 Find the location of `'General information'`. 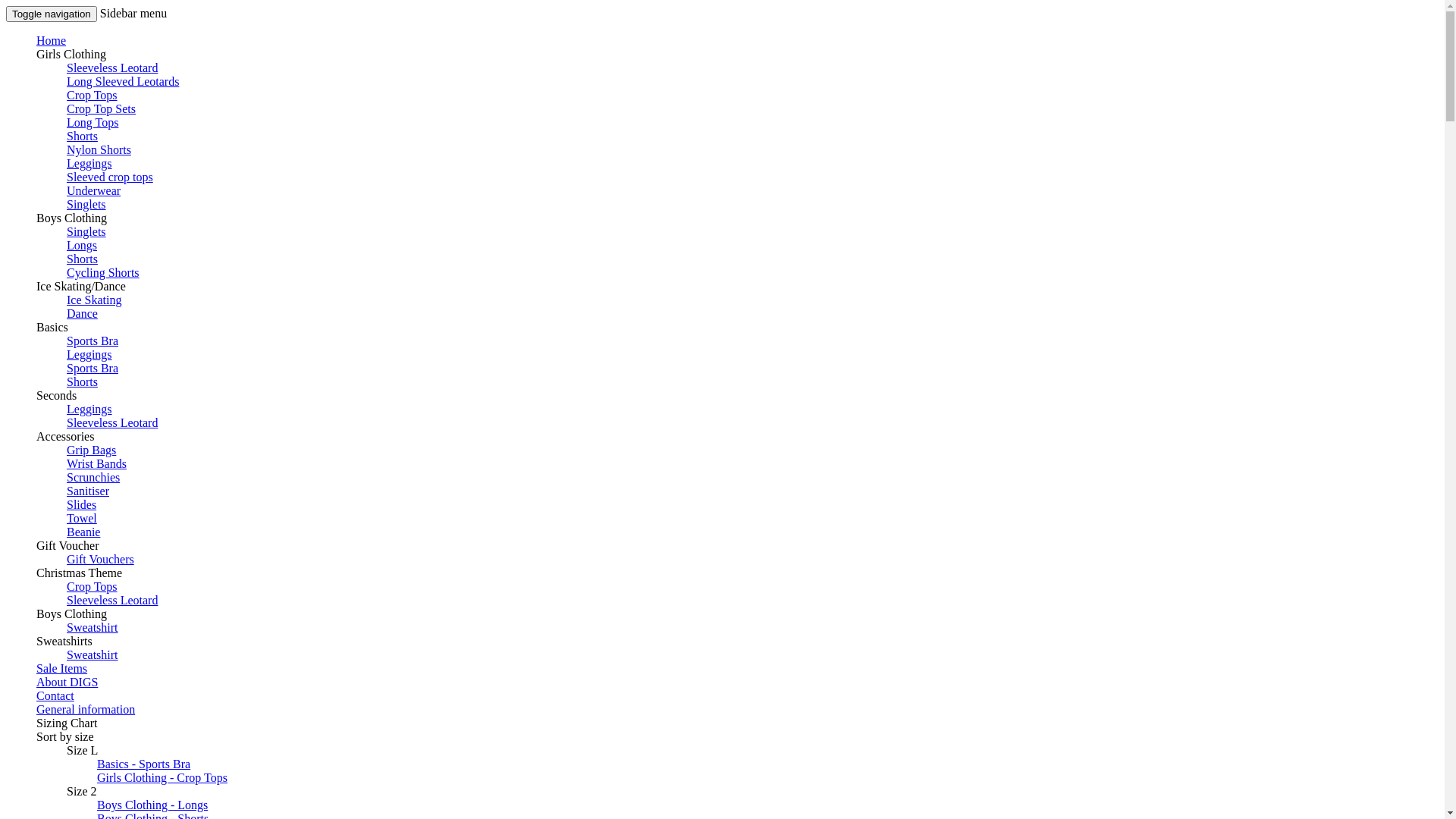

'General information' is located at coordinates (85, 709).